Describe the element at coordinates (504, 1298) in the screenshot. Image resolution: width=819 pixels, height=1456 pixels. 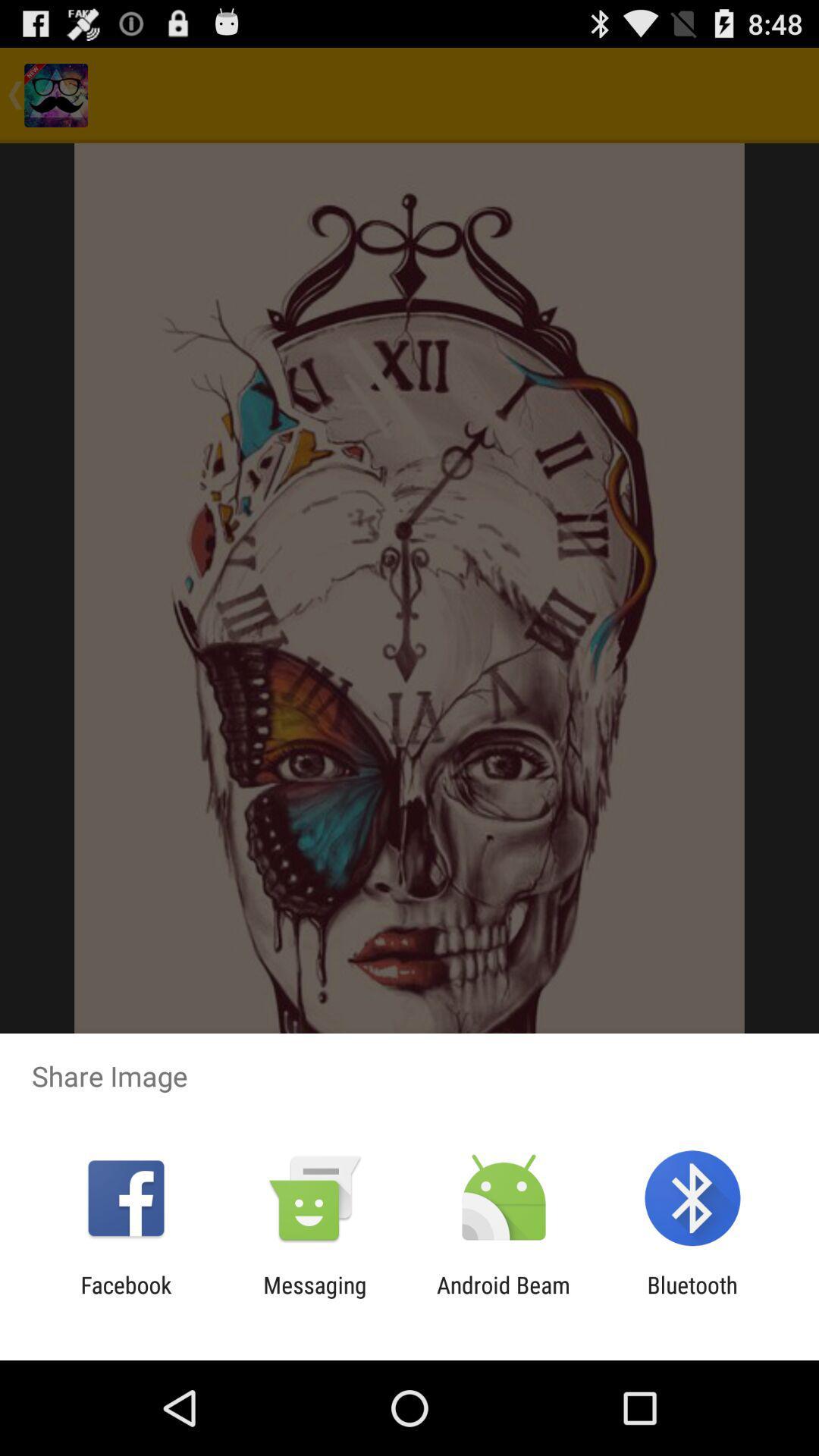
I see `the android beam item` at that location.